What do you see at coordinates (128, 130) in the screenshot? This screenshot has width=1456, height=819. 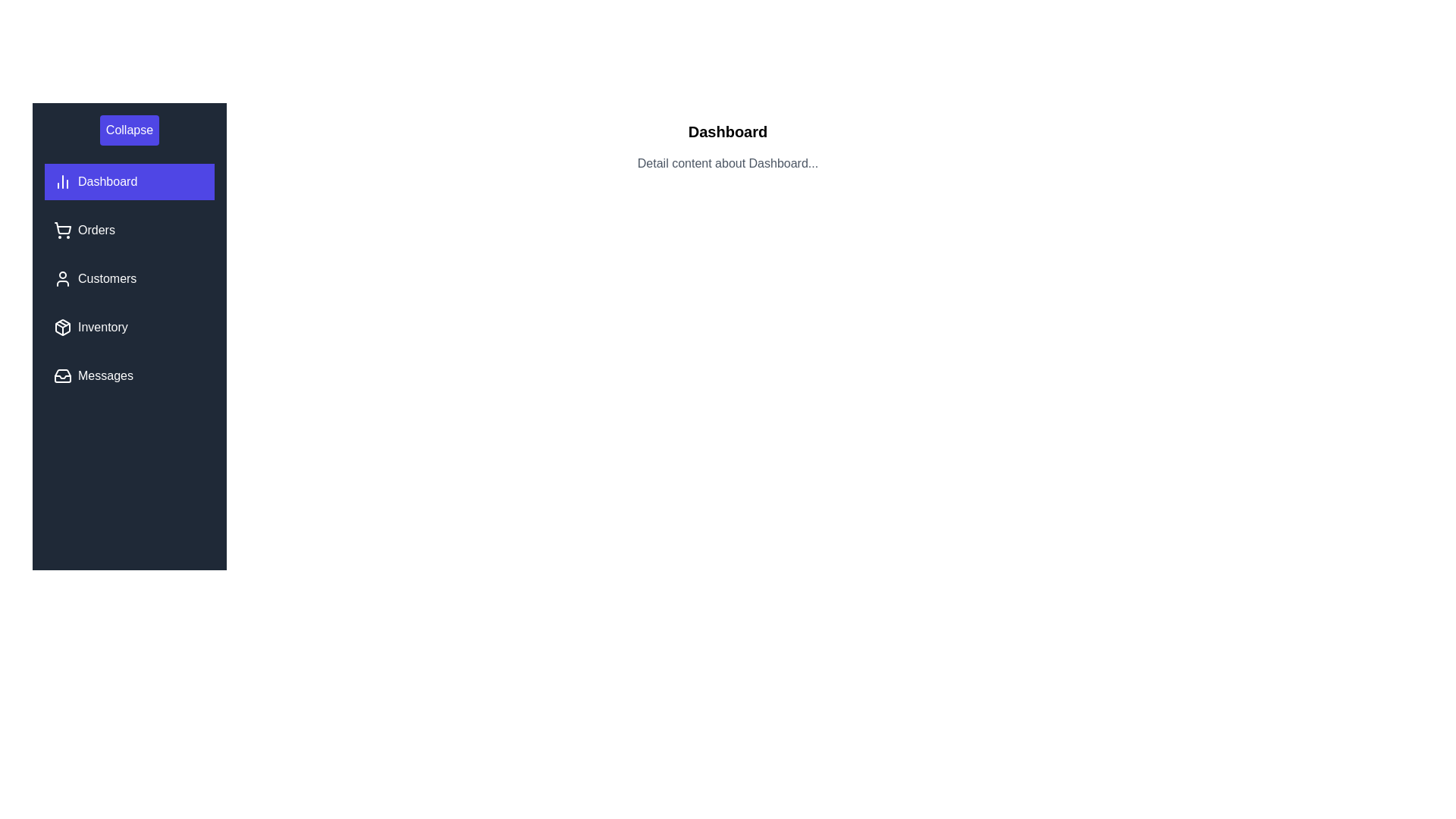 I see `the 'Collapse' button to toggle the sidebar state` at bounding box center [128, 130].